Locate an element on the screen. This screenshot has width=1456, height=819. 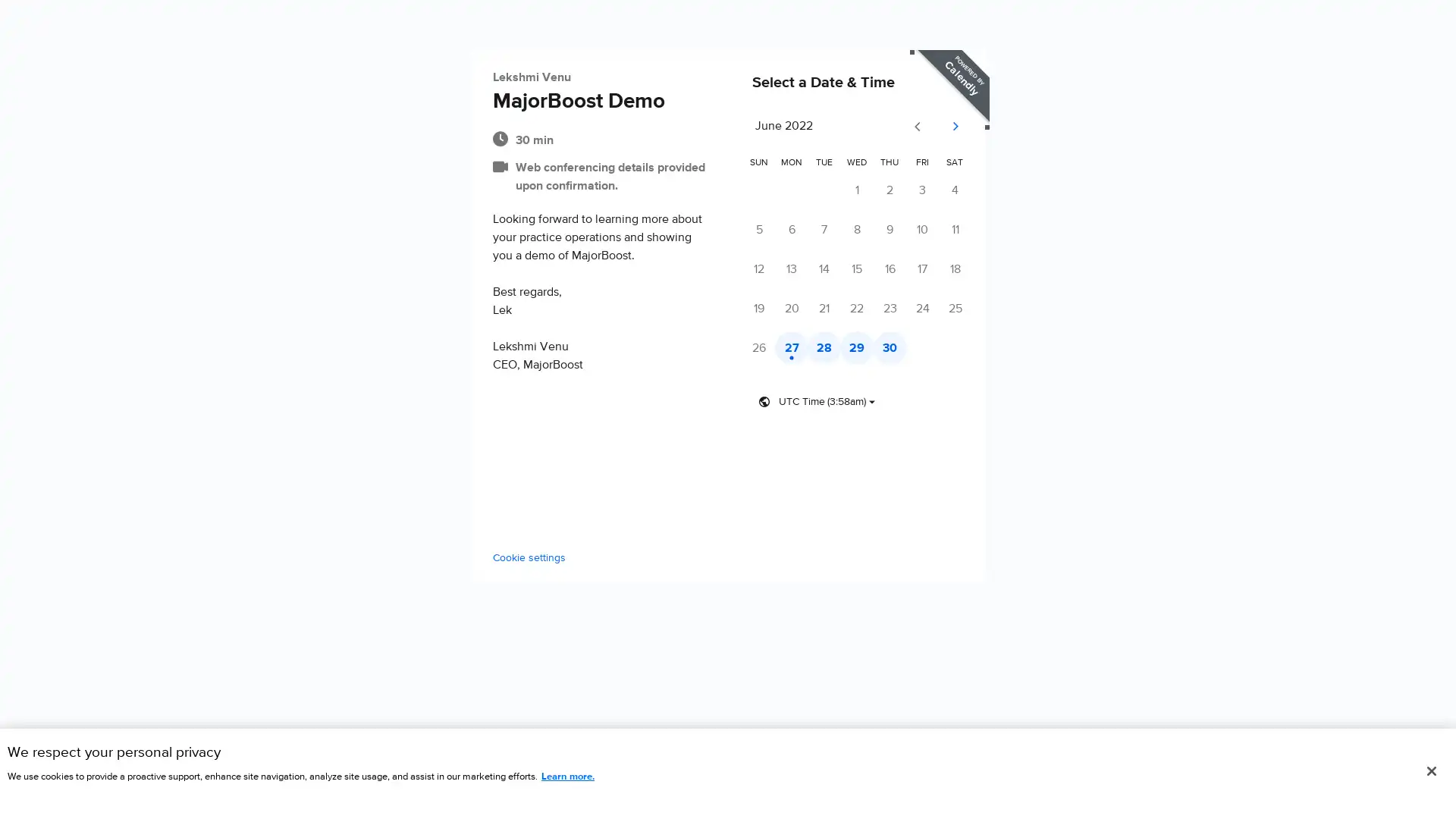
Timezone dropdown button is located at coordinates (816, 402).